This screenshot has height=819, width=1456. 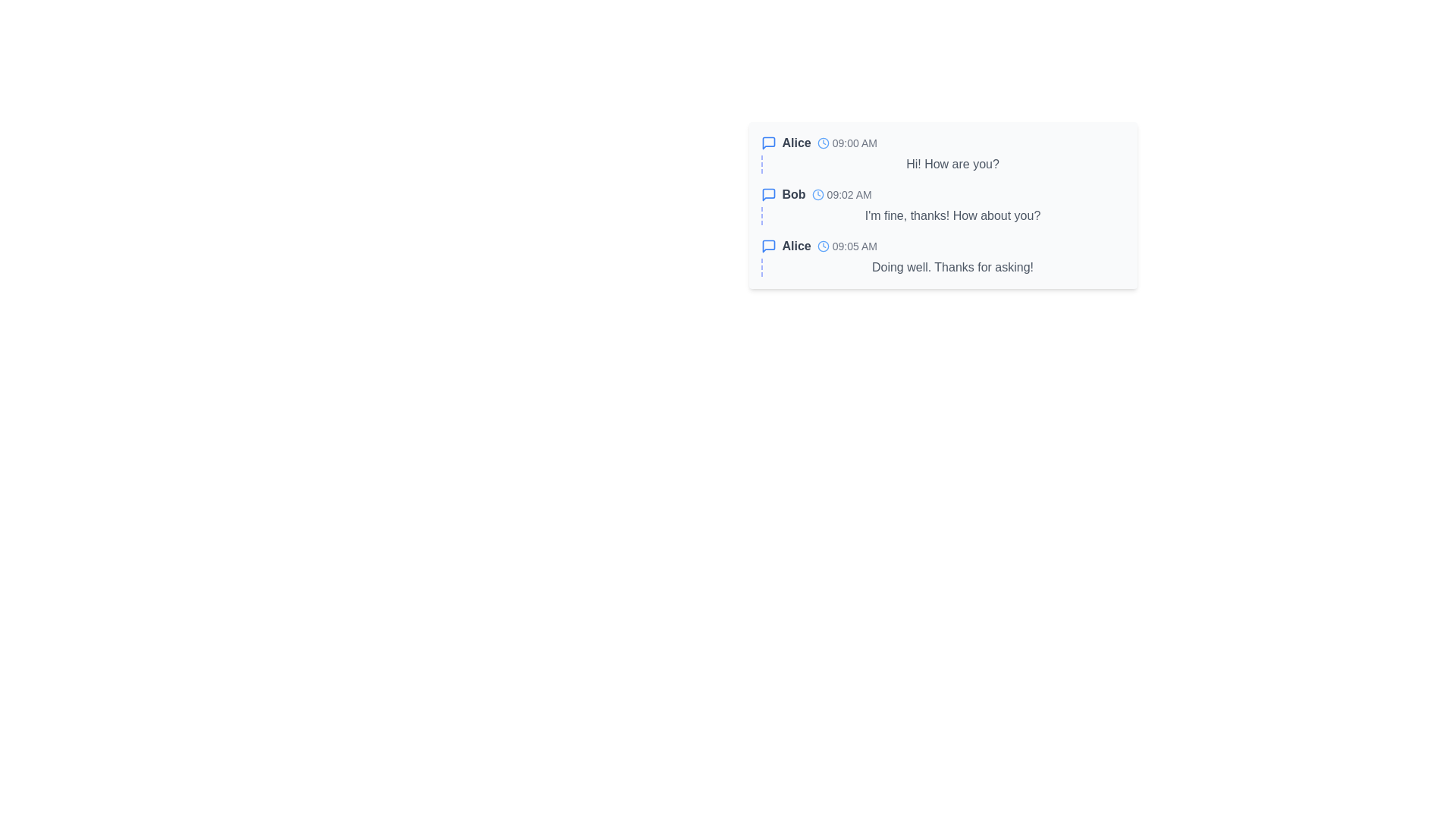 I want to click on the blue clock icon located next to the '09:00 AM' timestamp in the chat interface, so click(x=822, y=143).